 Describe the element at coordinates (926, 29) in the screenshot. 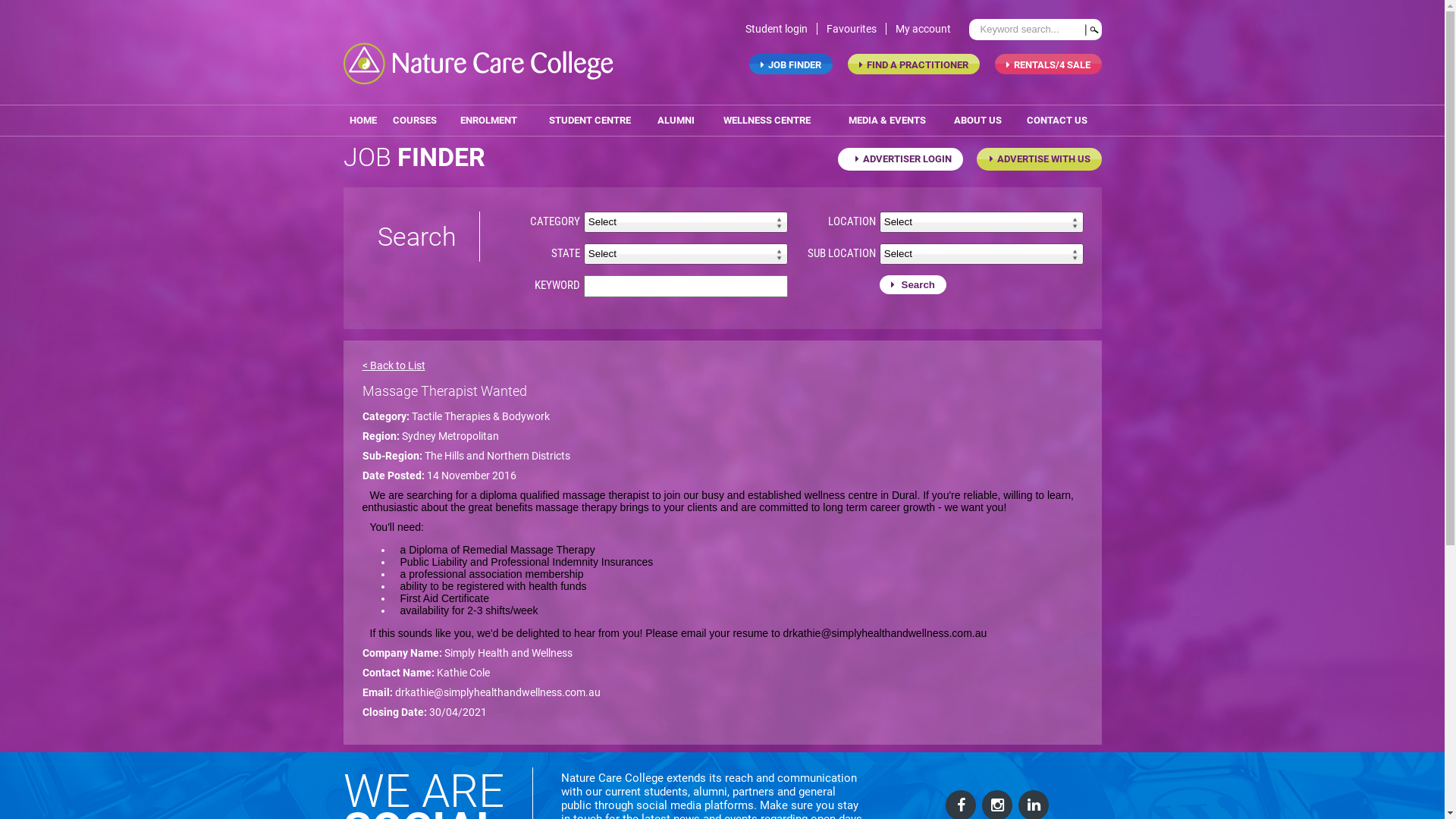

I see `'My account'` at that location.